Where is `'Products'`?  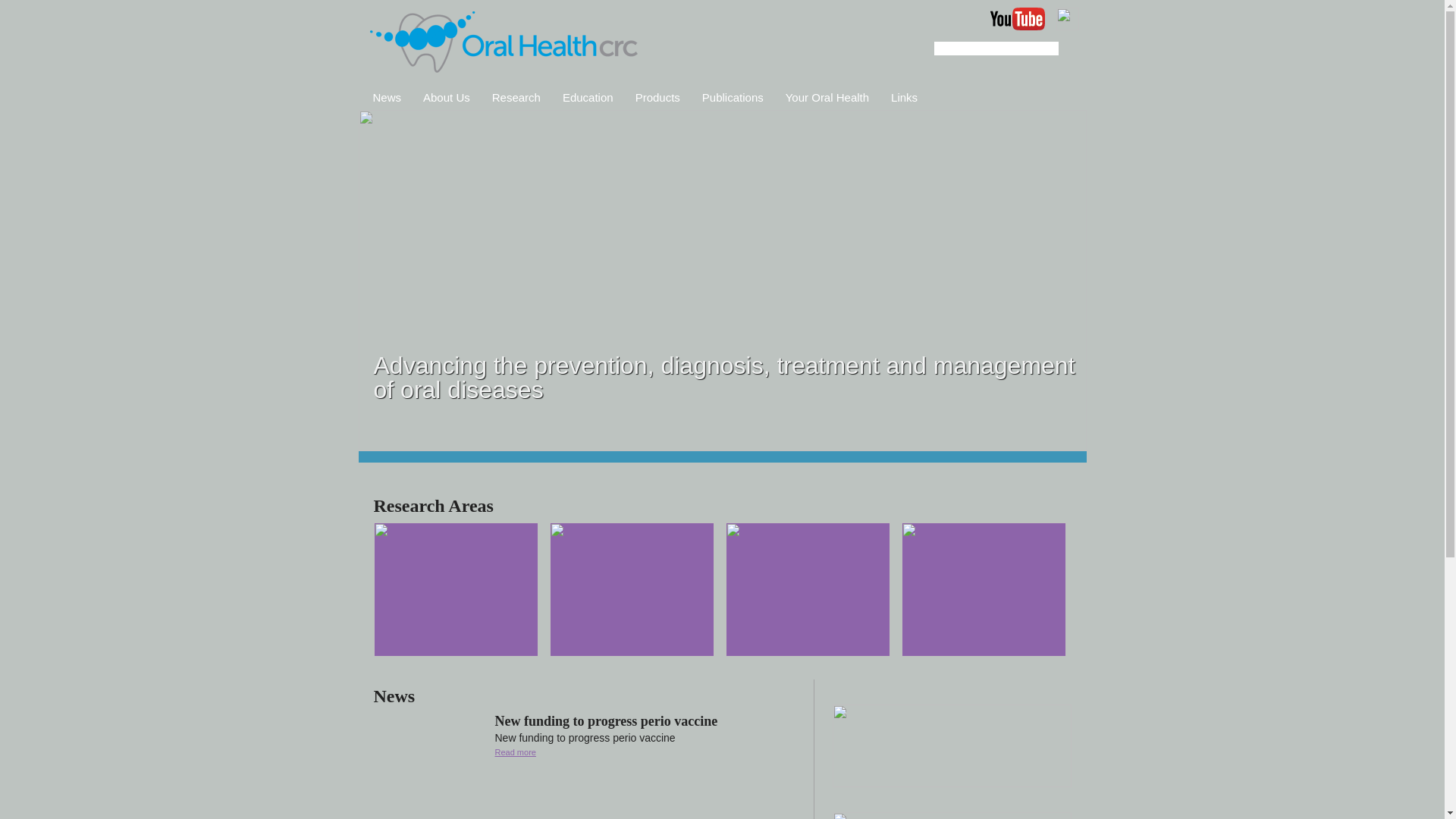 'Products' is located at coordinates (657, 96).